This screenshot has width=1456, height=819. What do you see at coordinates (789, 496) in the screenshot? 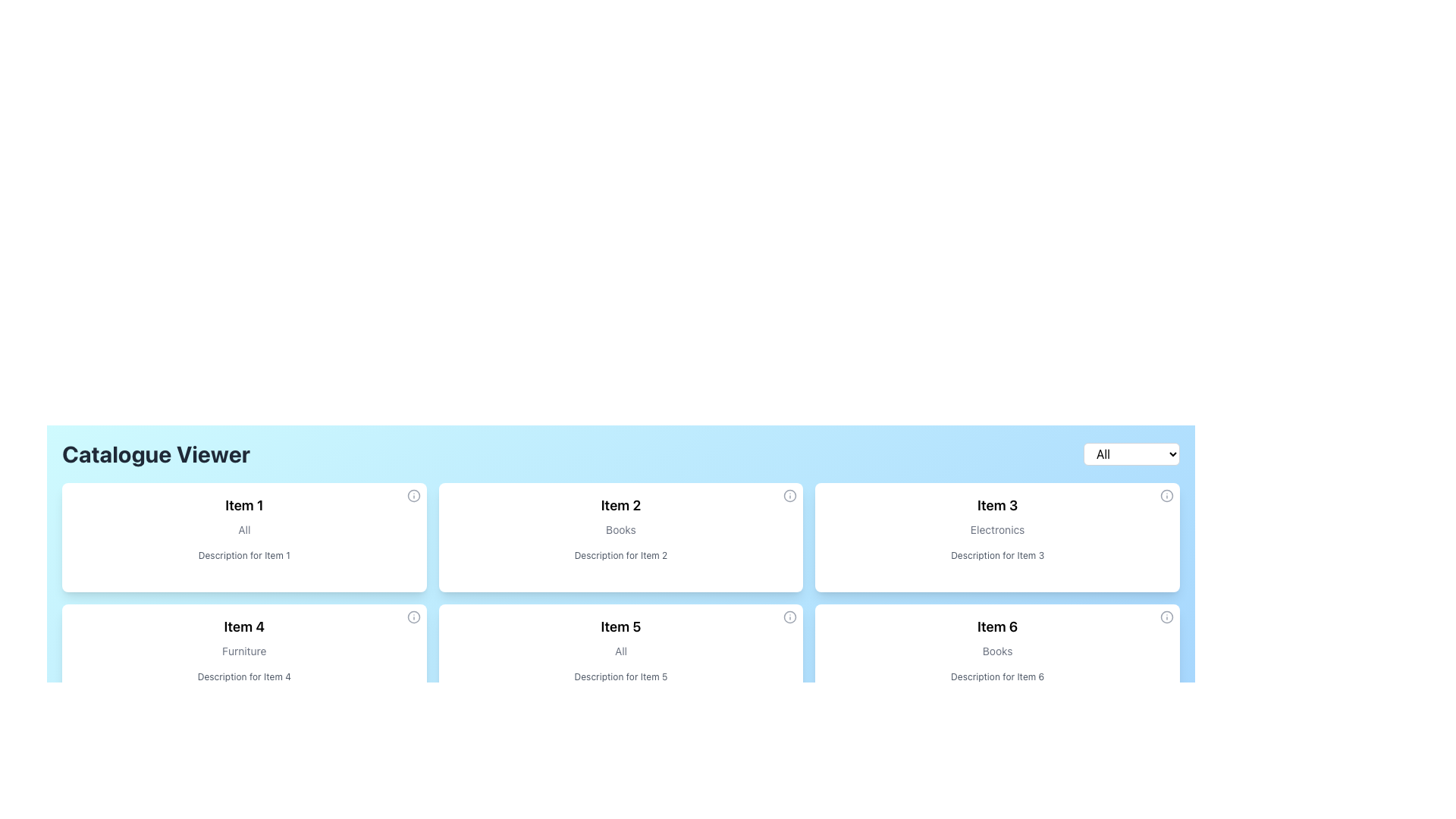
I see `the visual state of the circular graphical indicator located at the top-right corner of the card labeled 'Item 2'` at bounding box center [789, 496].